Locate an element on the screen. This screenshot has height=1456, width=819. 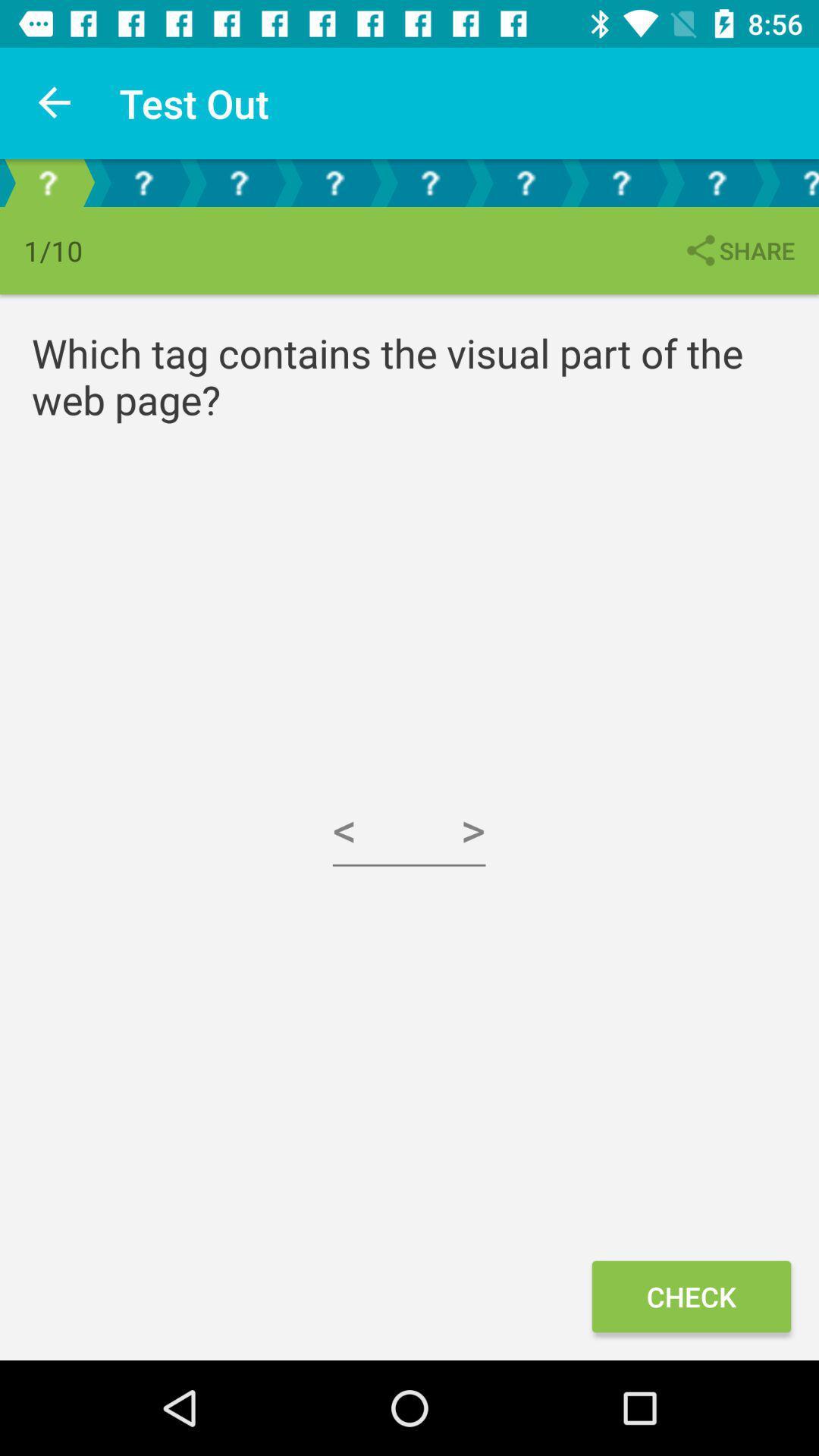
the icon at the center is located at coordinates (408, 828).